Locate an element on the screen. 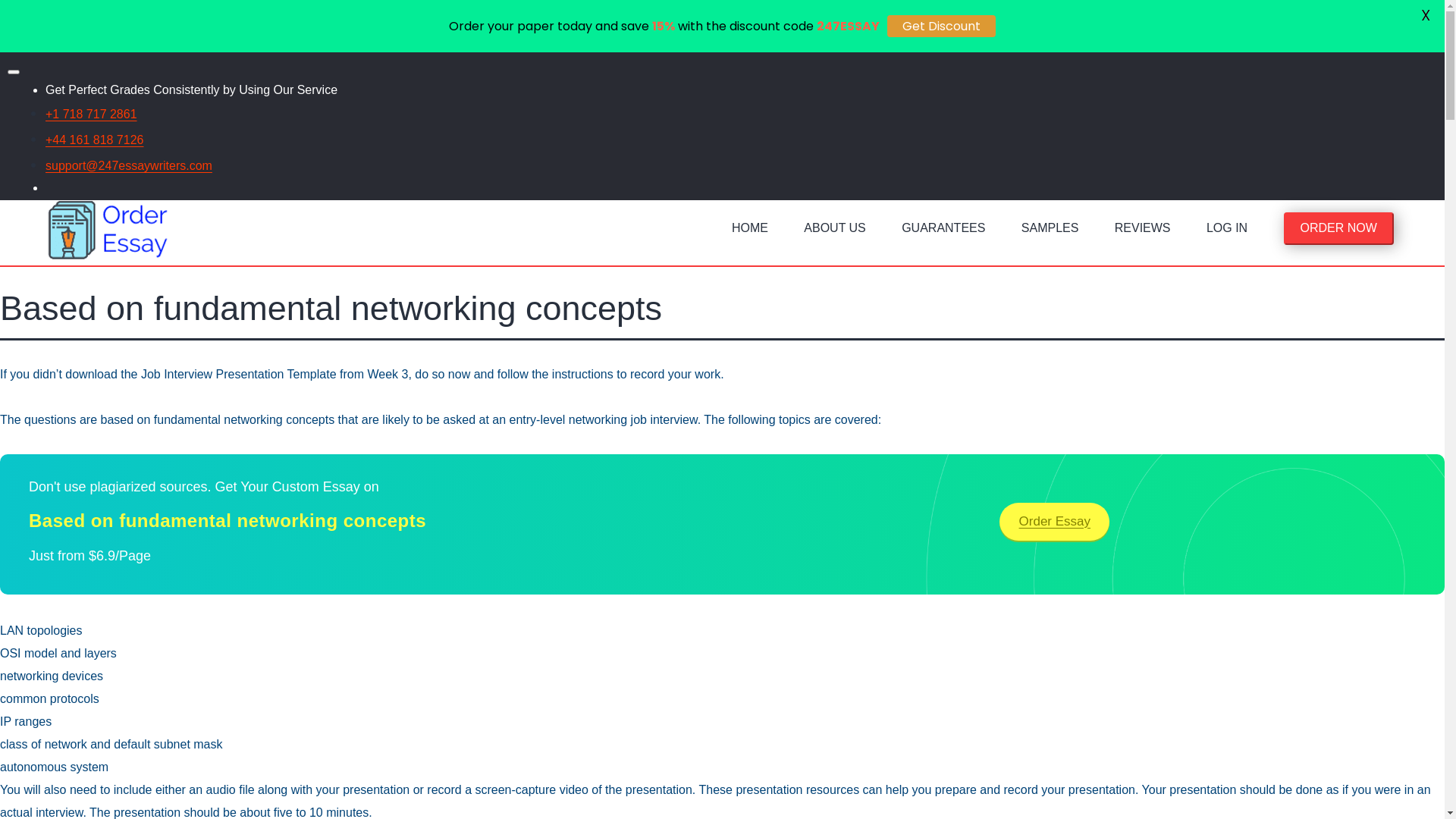  '+1 718 717 2861' is located at coordinates (45, 113).